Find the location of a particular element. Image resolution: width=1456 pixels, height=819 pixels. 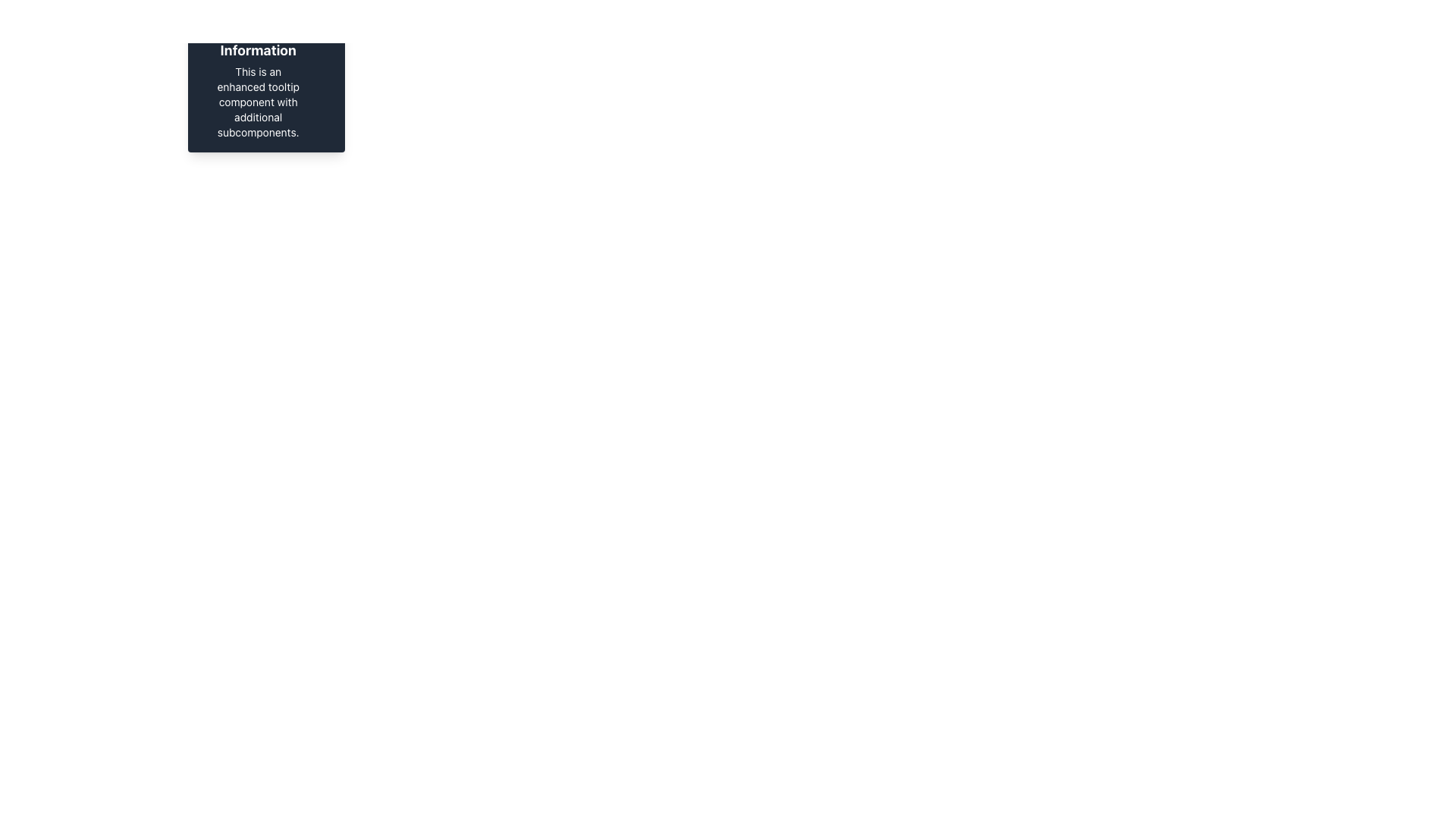

the circular vector graphic located in the top-right corner of the information tooltip box, which is styled with thin lines and part of an SVG element is located at coordinates (325, 26).